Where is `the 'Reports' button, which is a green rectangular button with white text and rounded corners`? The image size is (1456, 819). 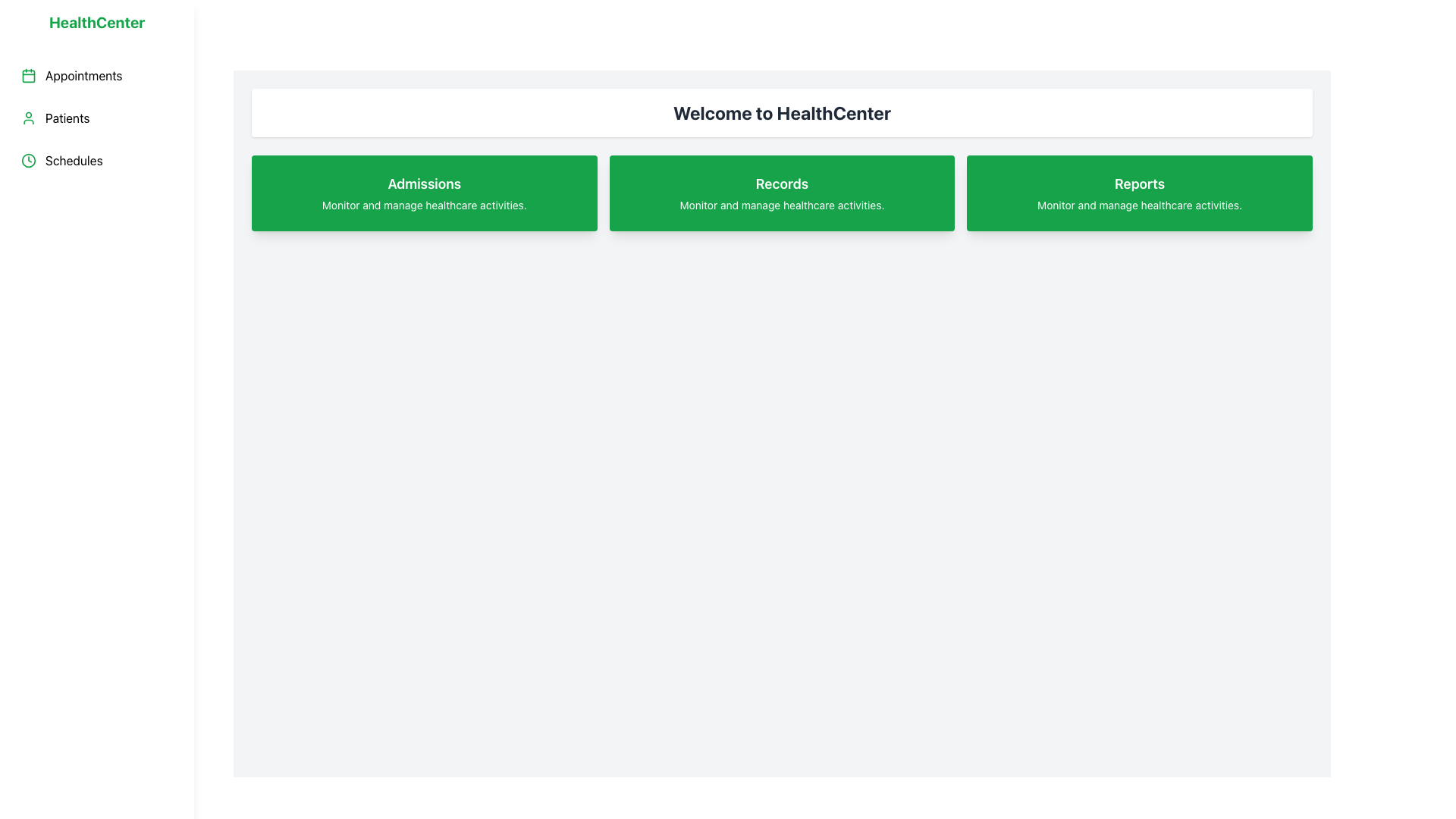
the 'Reports' button, which is a green rectangular button with white text and rounded corners is located at coordinates (1140, 192).